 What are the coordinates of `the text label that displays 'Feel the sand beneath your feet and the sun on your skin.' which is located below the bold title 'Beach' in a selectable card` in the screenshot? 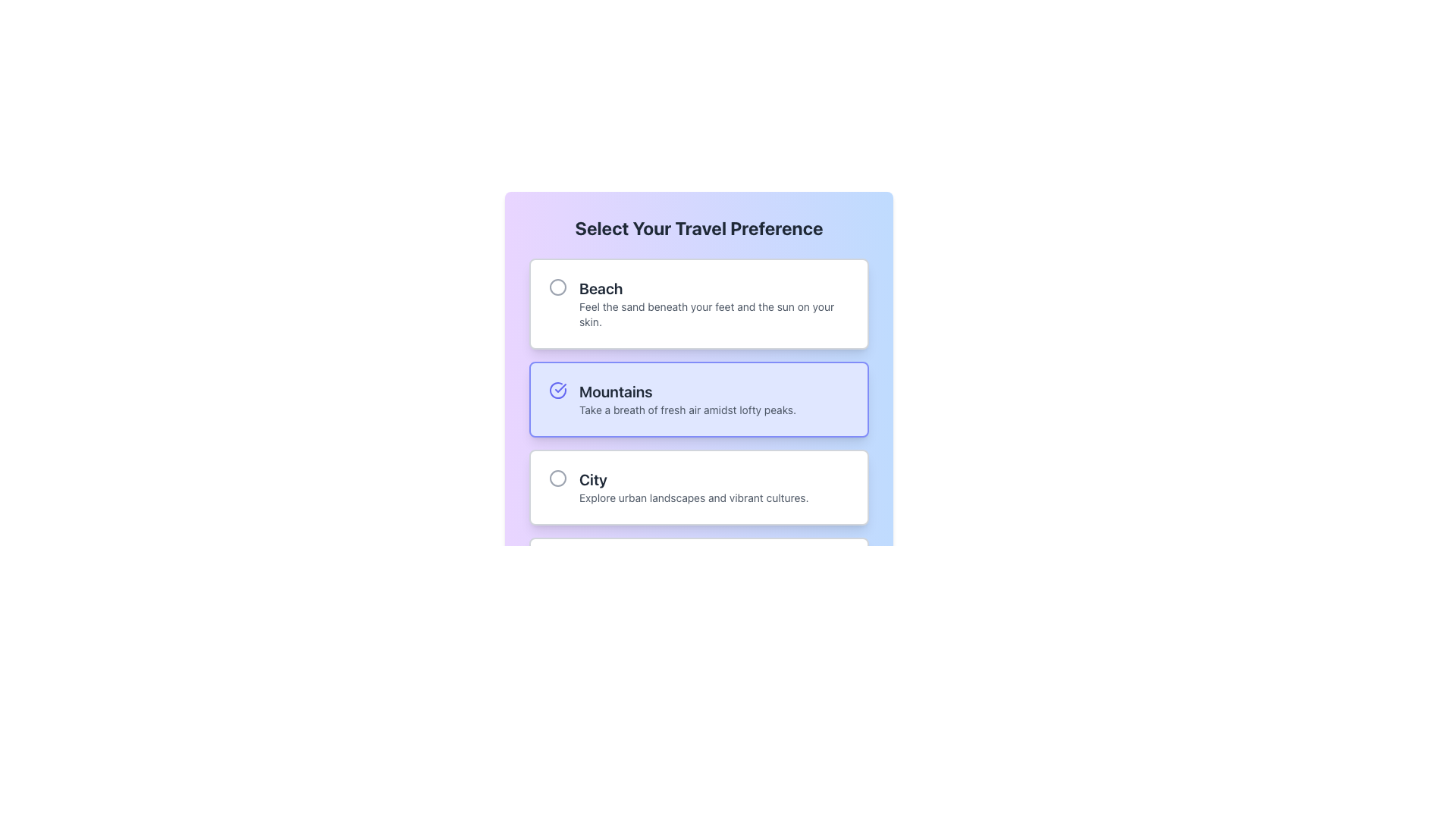 It's located at (713, 314).